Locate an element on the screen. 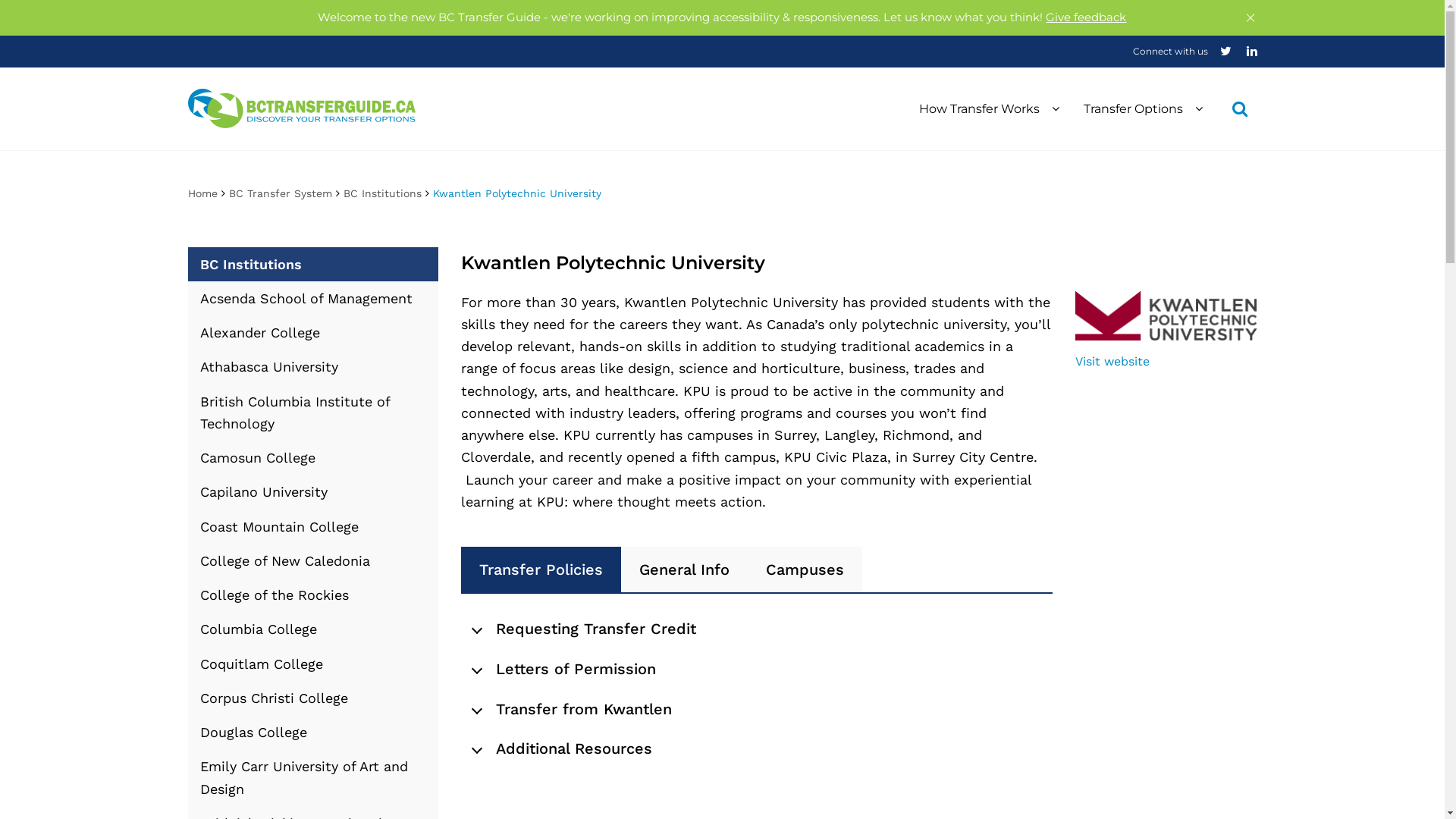  'College of the Rockies' is located at coordinates (312, 594).